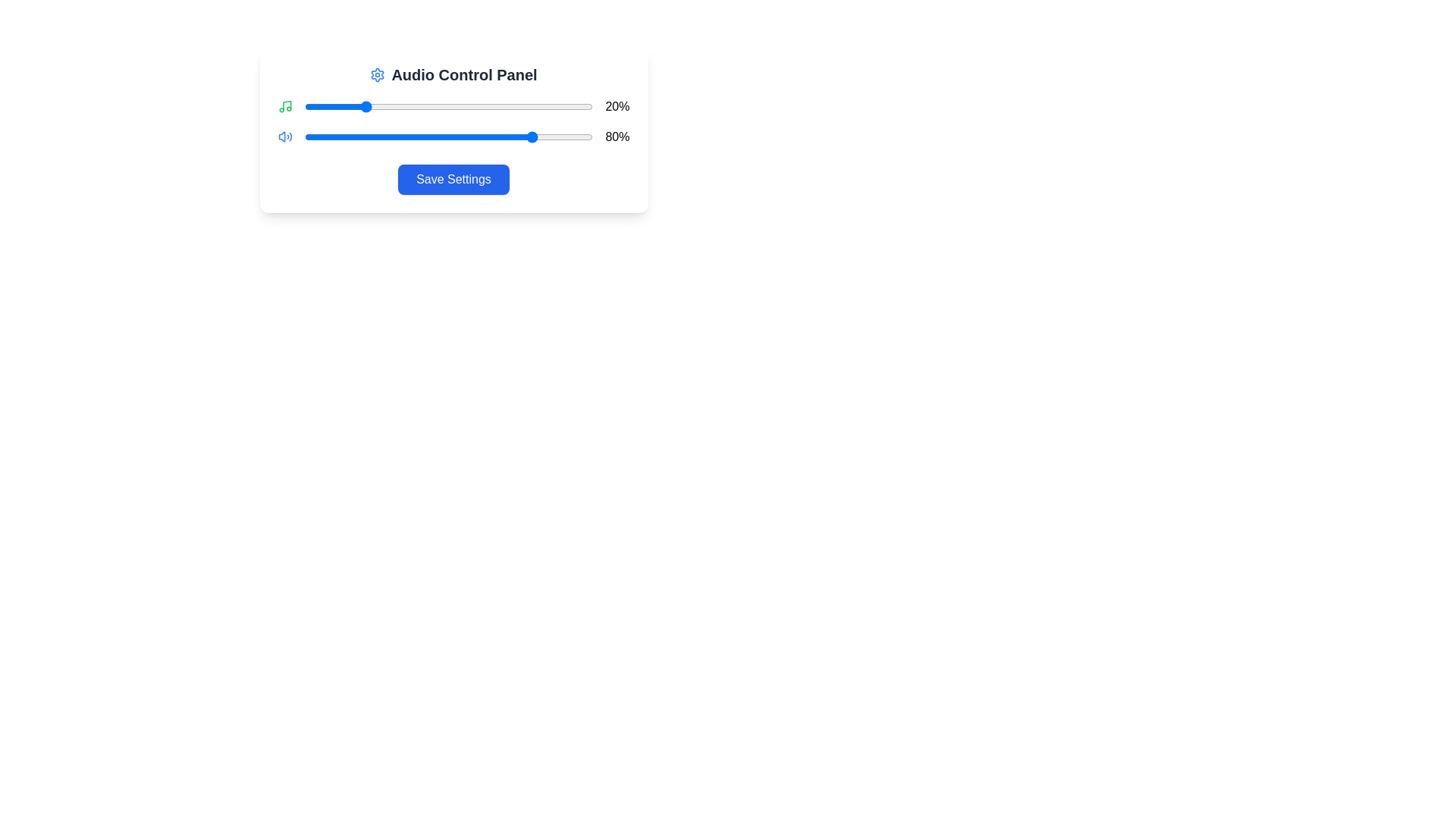 Image resolution: width=1456 pixels, height=819 pixels. I want to click on the second volume slider to 96%, so click(581, 137).